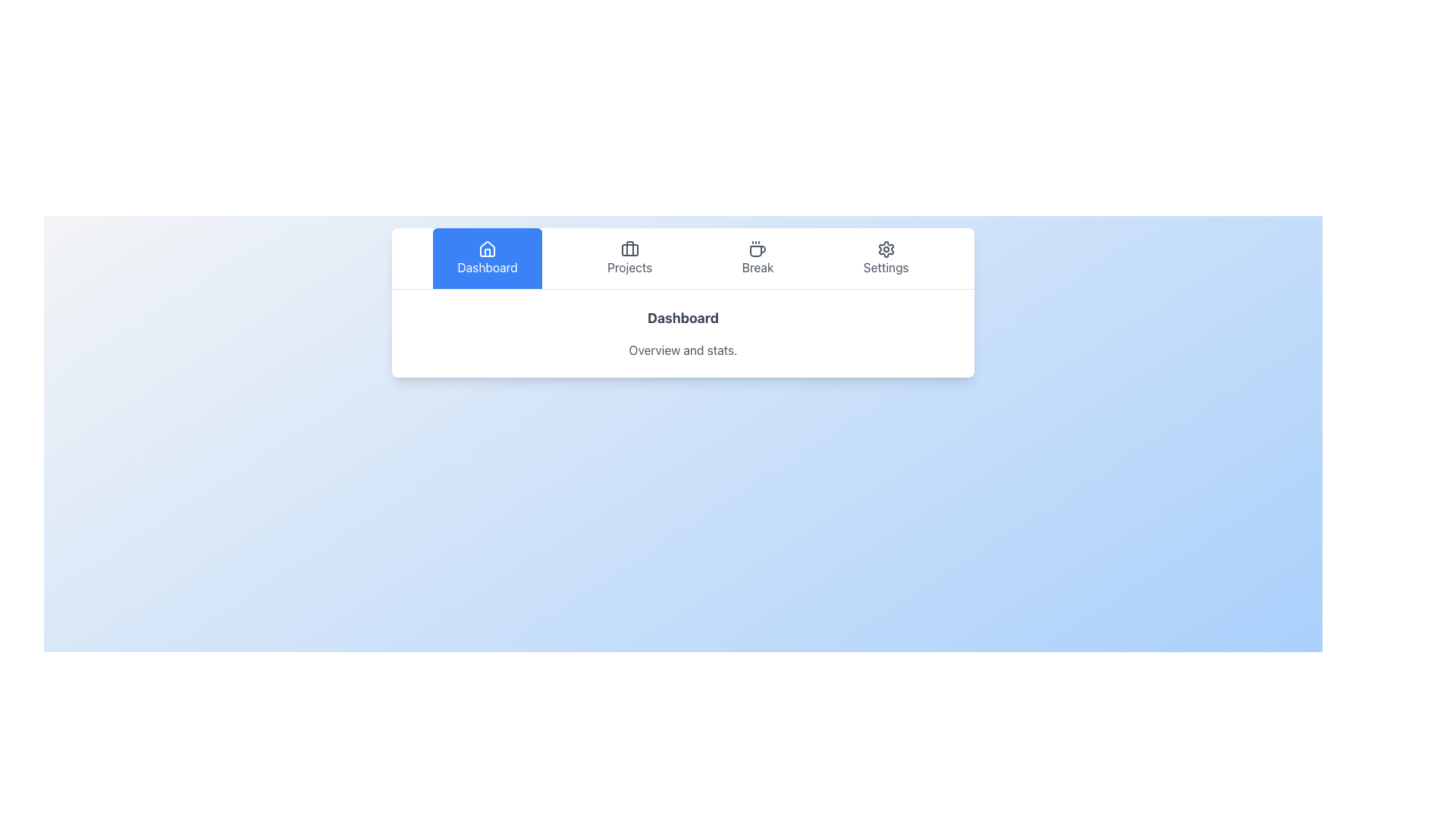 Image resolution: width=1456 pixels, height=819 pixels. I want to click on the 'Settings' button located at the far right of the navigation menu, so click(886, 257).